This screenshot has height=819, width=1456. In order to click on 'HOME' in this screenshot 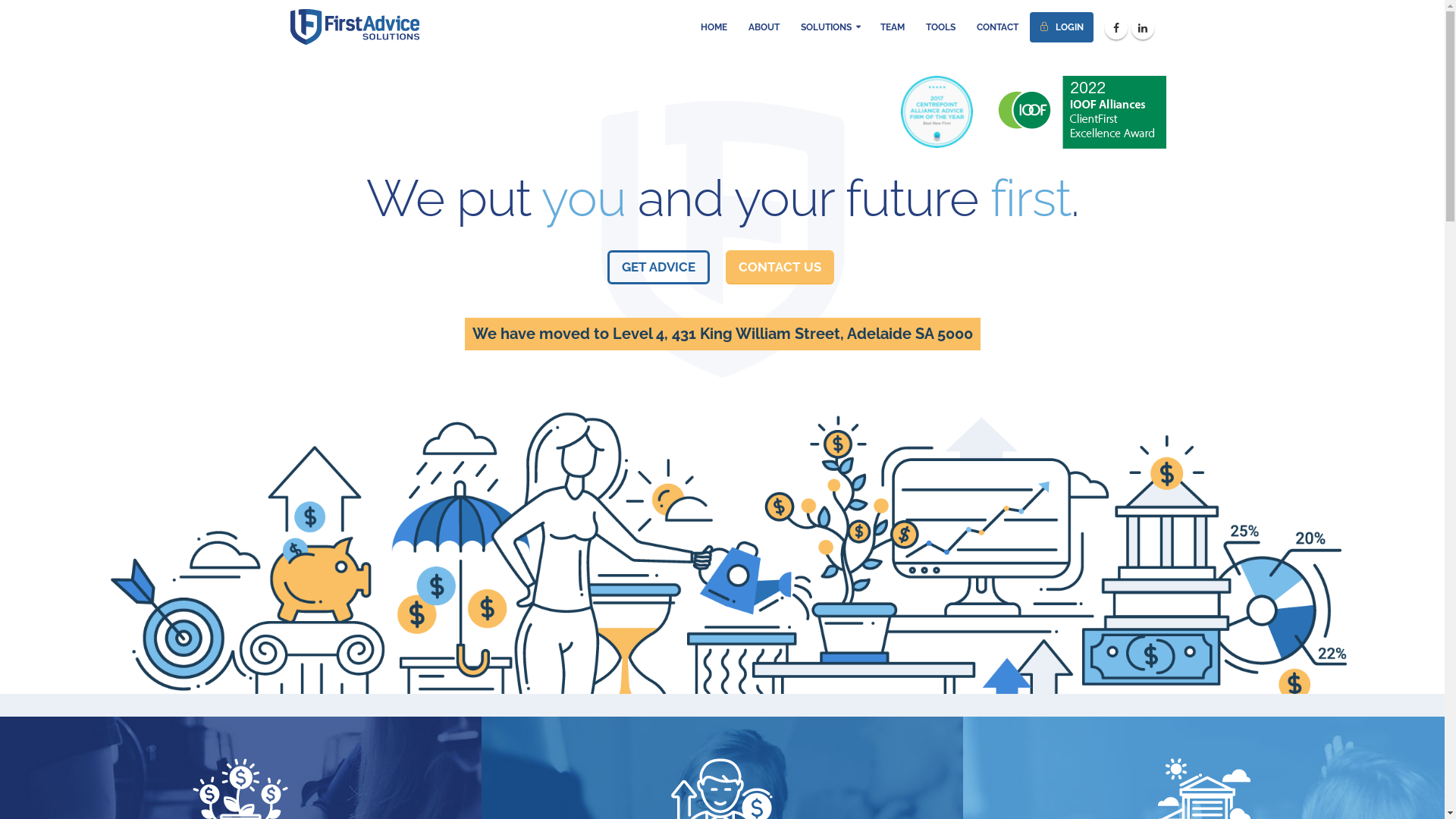, I will do `click(712, 27)`.